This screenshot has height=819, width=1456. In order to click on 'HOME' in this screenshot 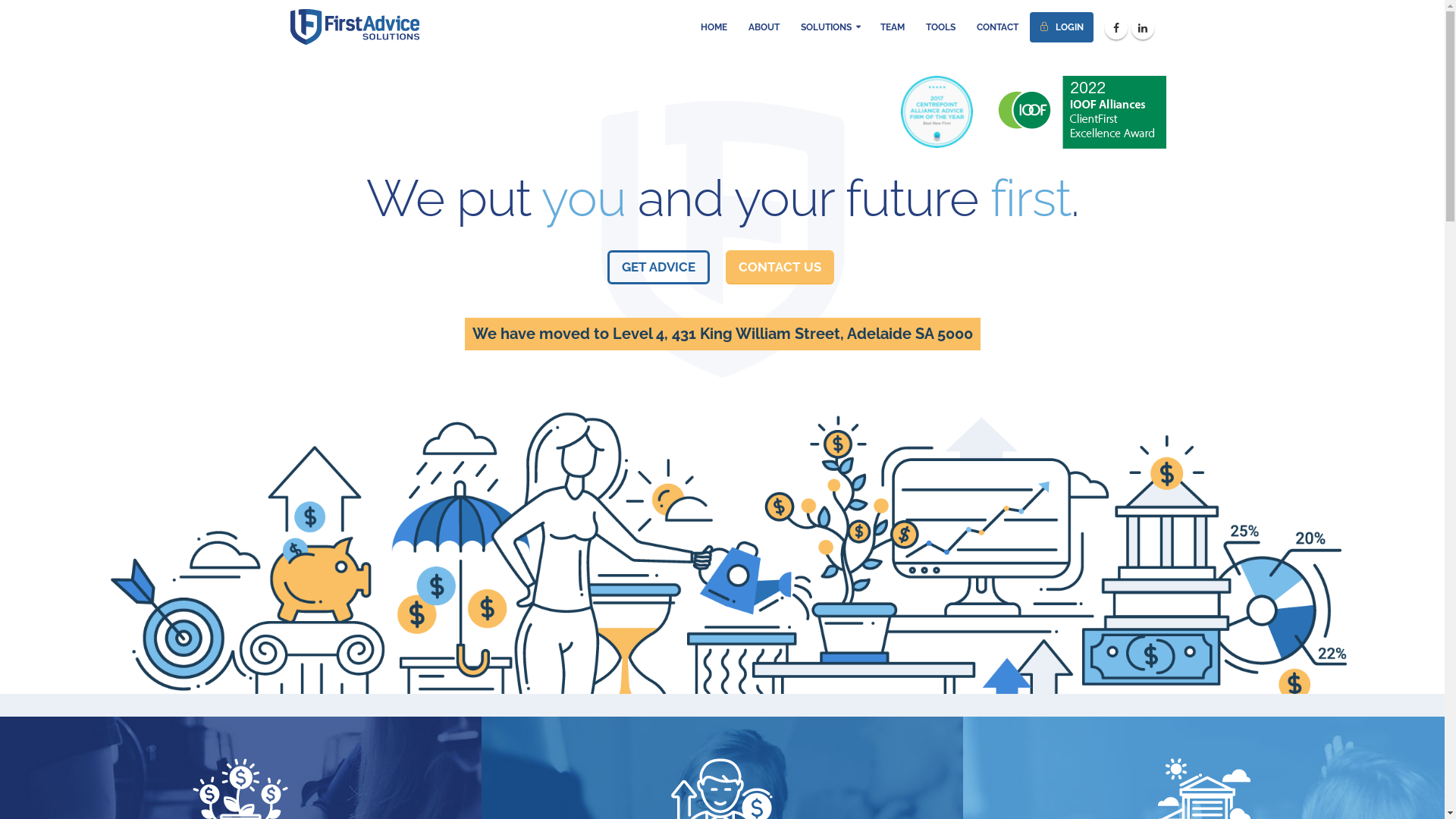, I will do `click(712, 27)`.